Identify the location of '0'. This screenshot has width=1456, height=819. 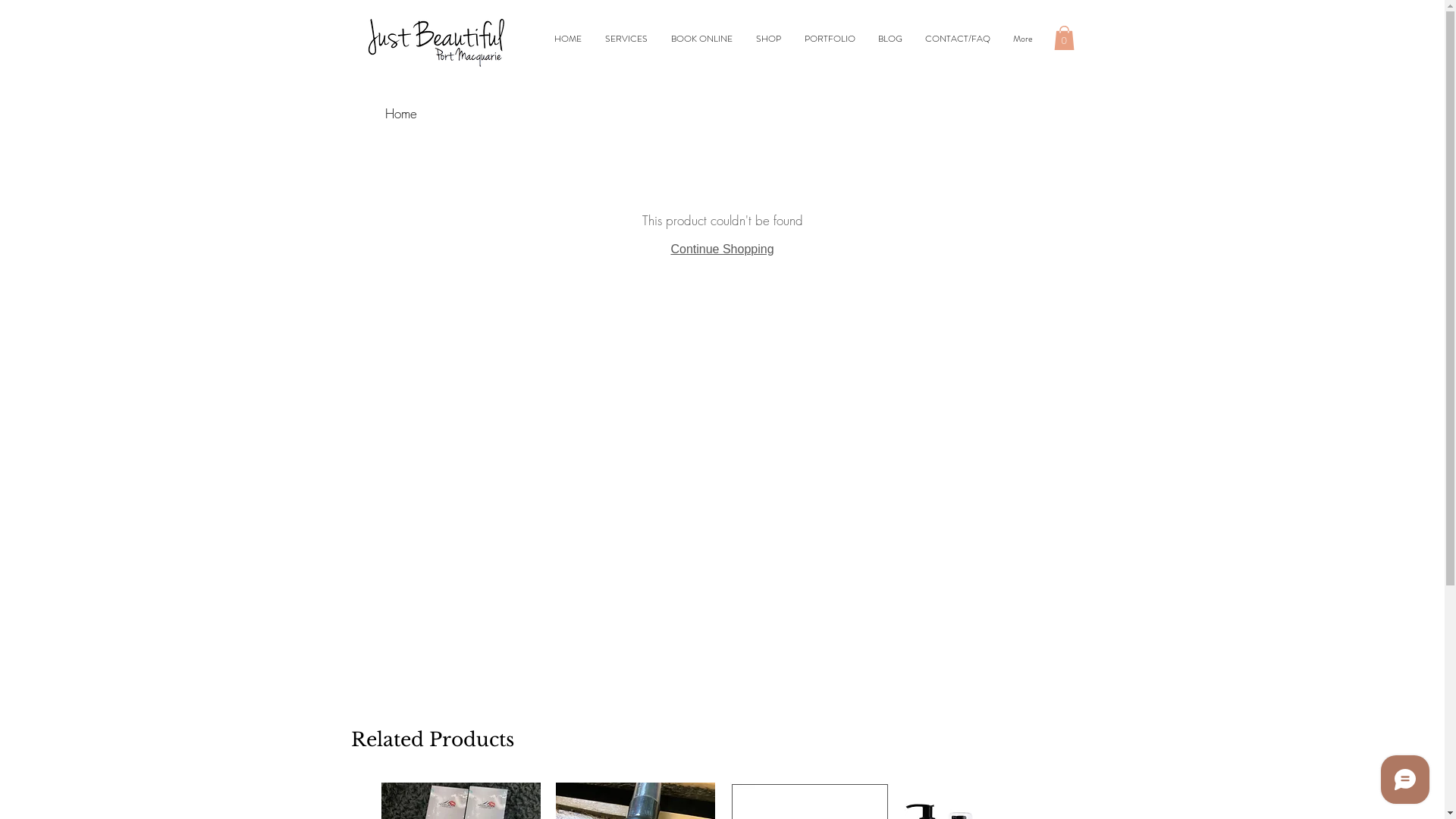
(1063, 37).